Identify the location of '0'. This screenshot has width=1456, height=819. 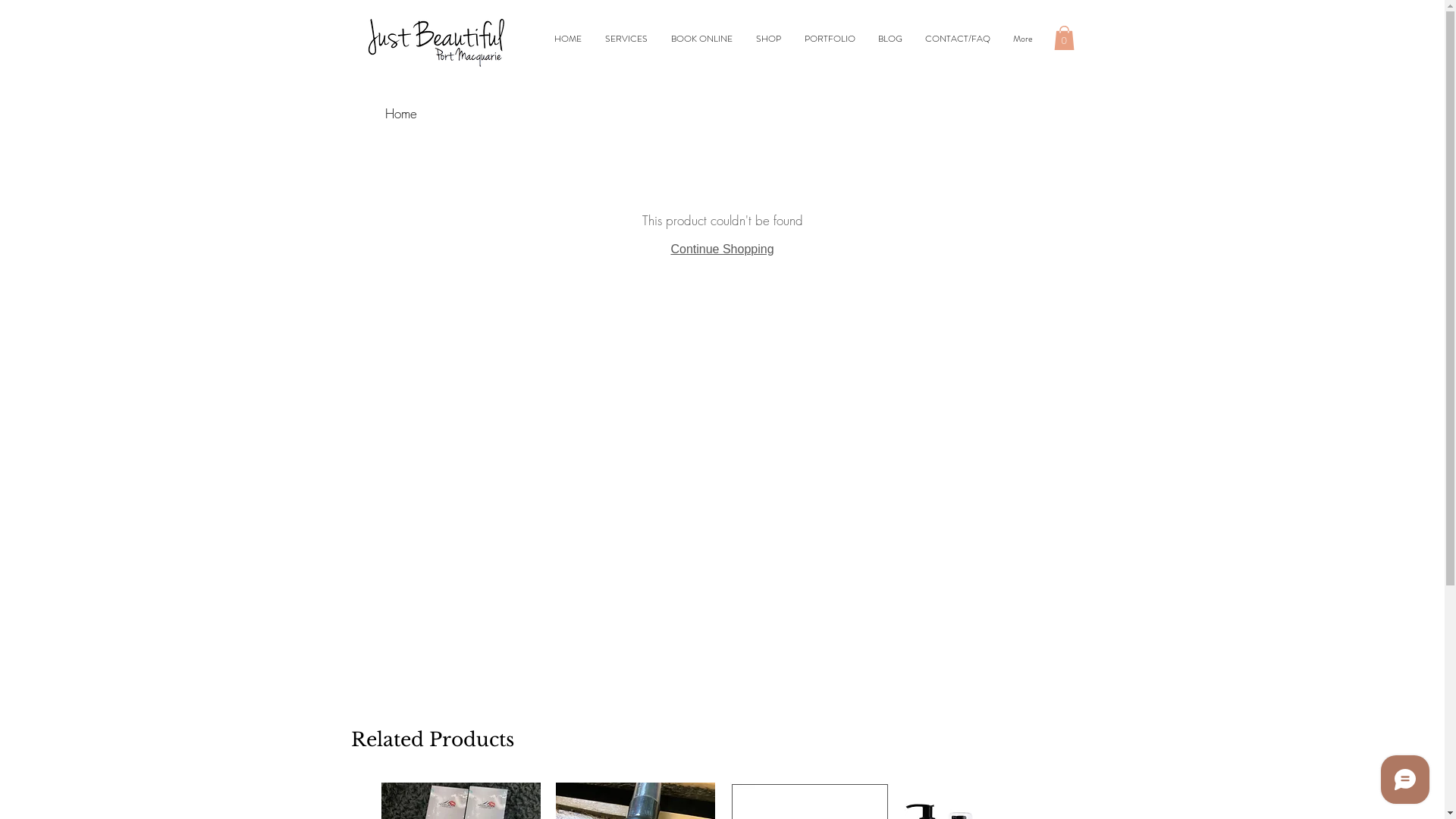
(1063, 37).